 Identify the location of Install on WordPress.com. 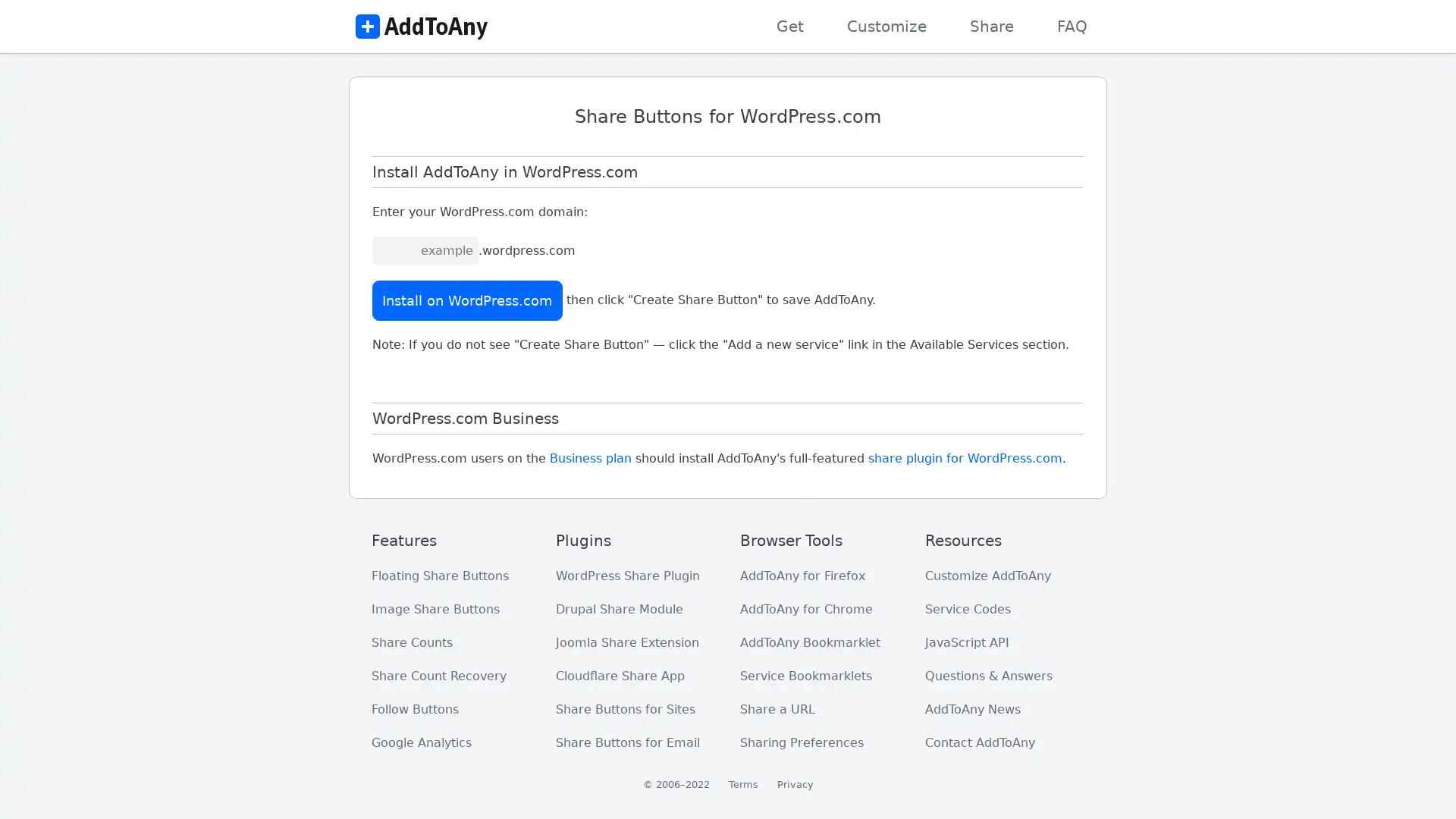
(466, 300).